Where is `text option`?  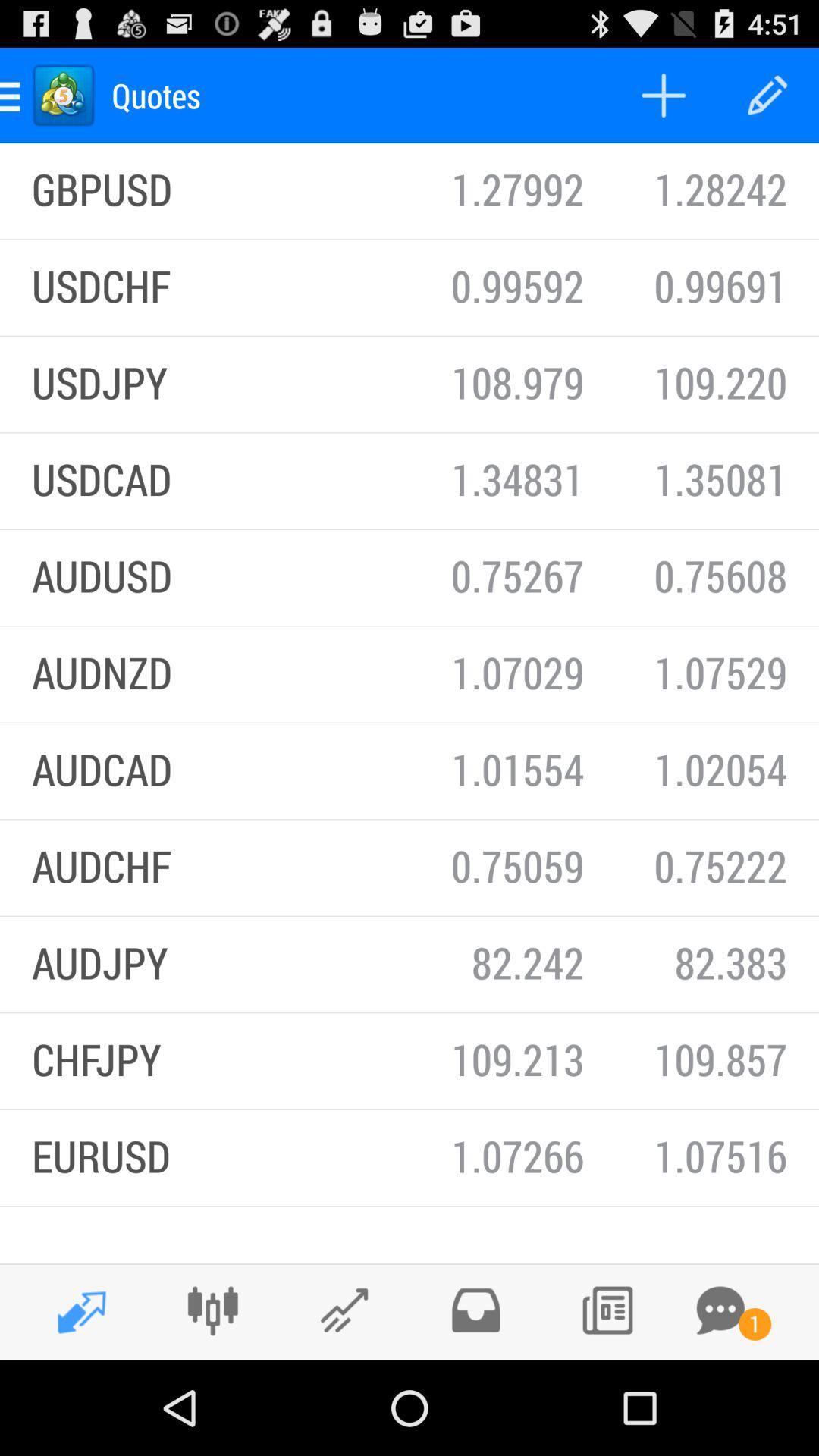
text option is located at coordinates (720, 1310).